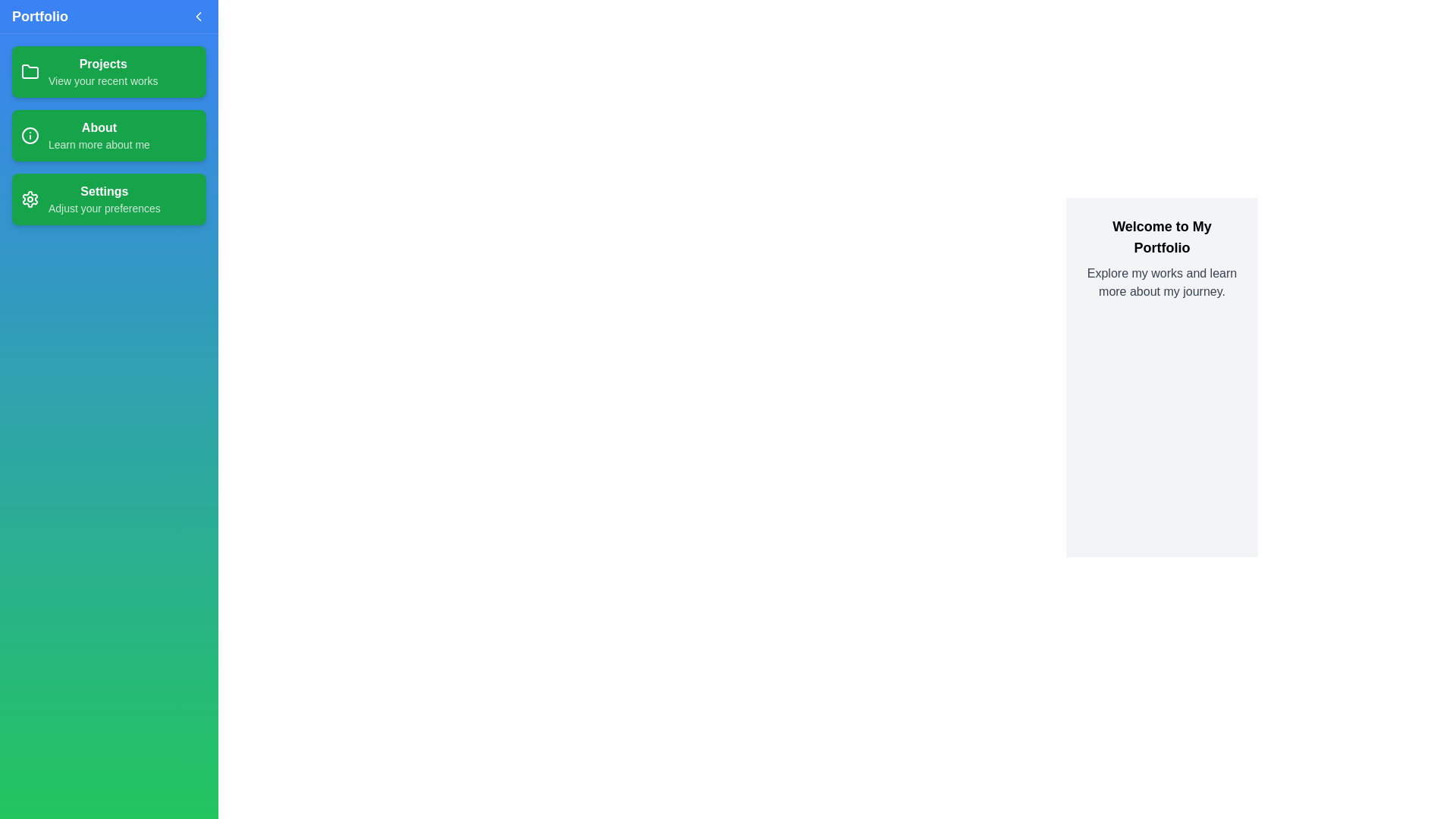 Image resolution: width=1456 pixels, height=819 pixels. What do you see at coordinates (108, 72) in the screenshot?
I see `the section Projects in the drawer` at bounding box center [108, 72].